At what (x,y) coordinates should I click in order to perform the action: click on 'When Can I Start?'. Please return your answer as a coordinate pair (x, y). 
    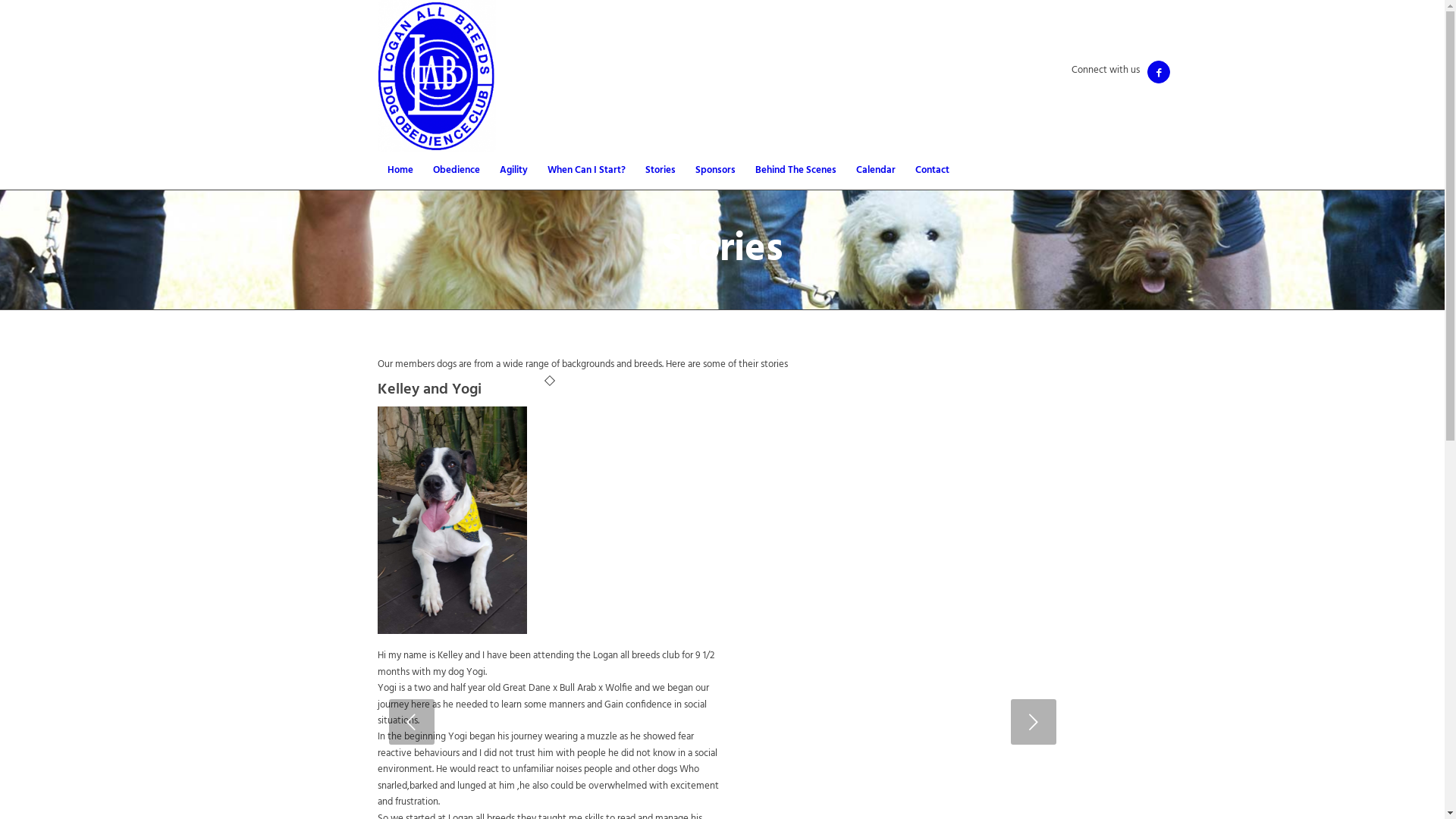
    Looking at the image, I should click on (585, 170).